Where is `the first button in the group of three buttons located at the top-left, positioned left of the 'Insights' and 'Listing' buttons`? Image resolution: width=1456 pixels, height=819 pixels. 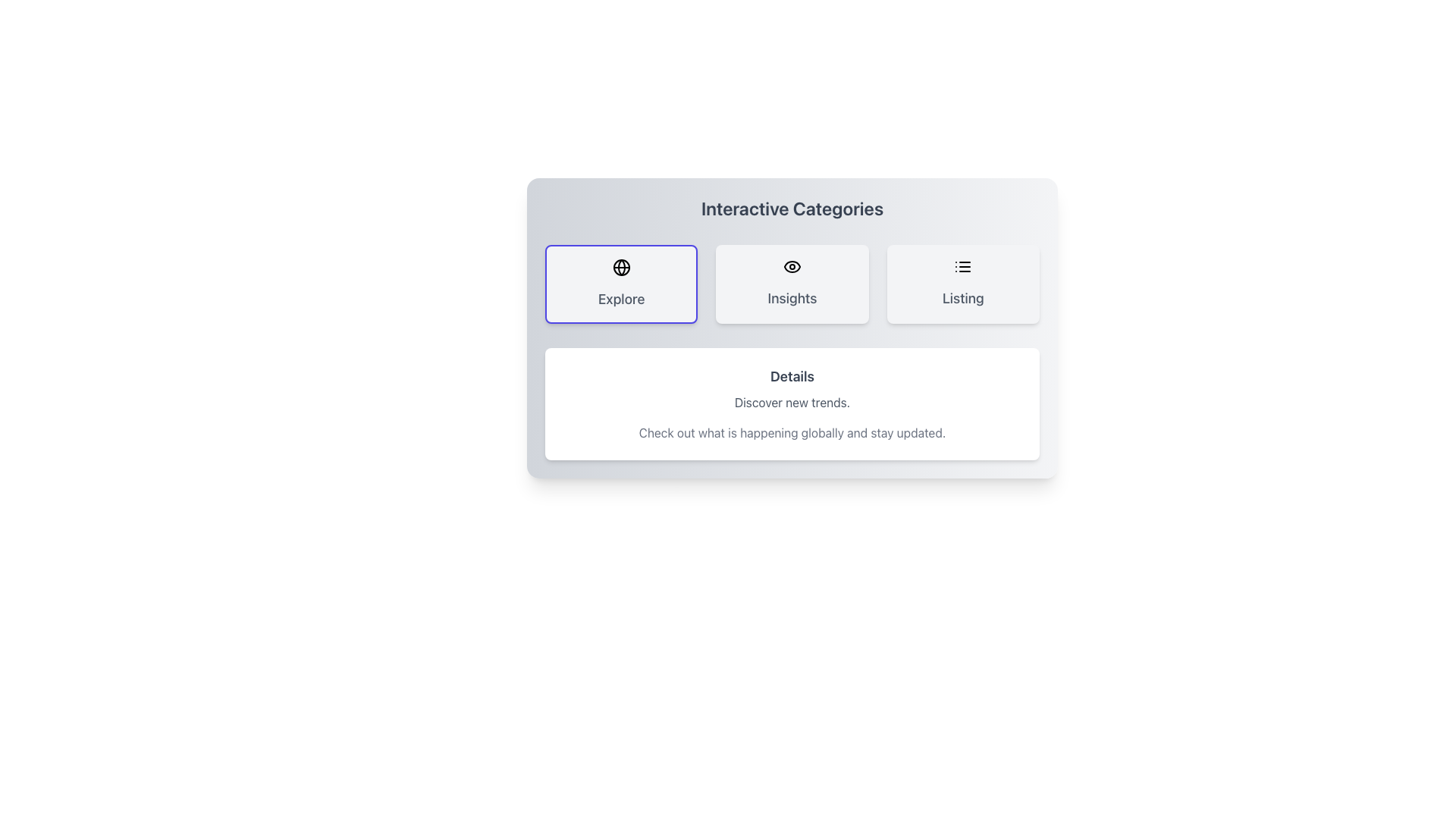 the first button in the group of three buttons located at the top-left, positioned left of the 'Insights' and 'Listing' buttons is located at coordinates (621, 284).